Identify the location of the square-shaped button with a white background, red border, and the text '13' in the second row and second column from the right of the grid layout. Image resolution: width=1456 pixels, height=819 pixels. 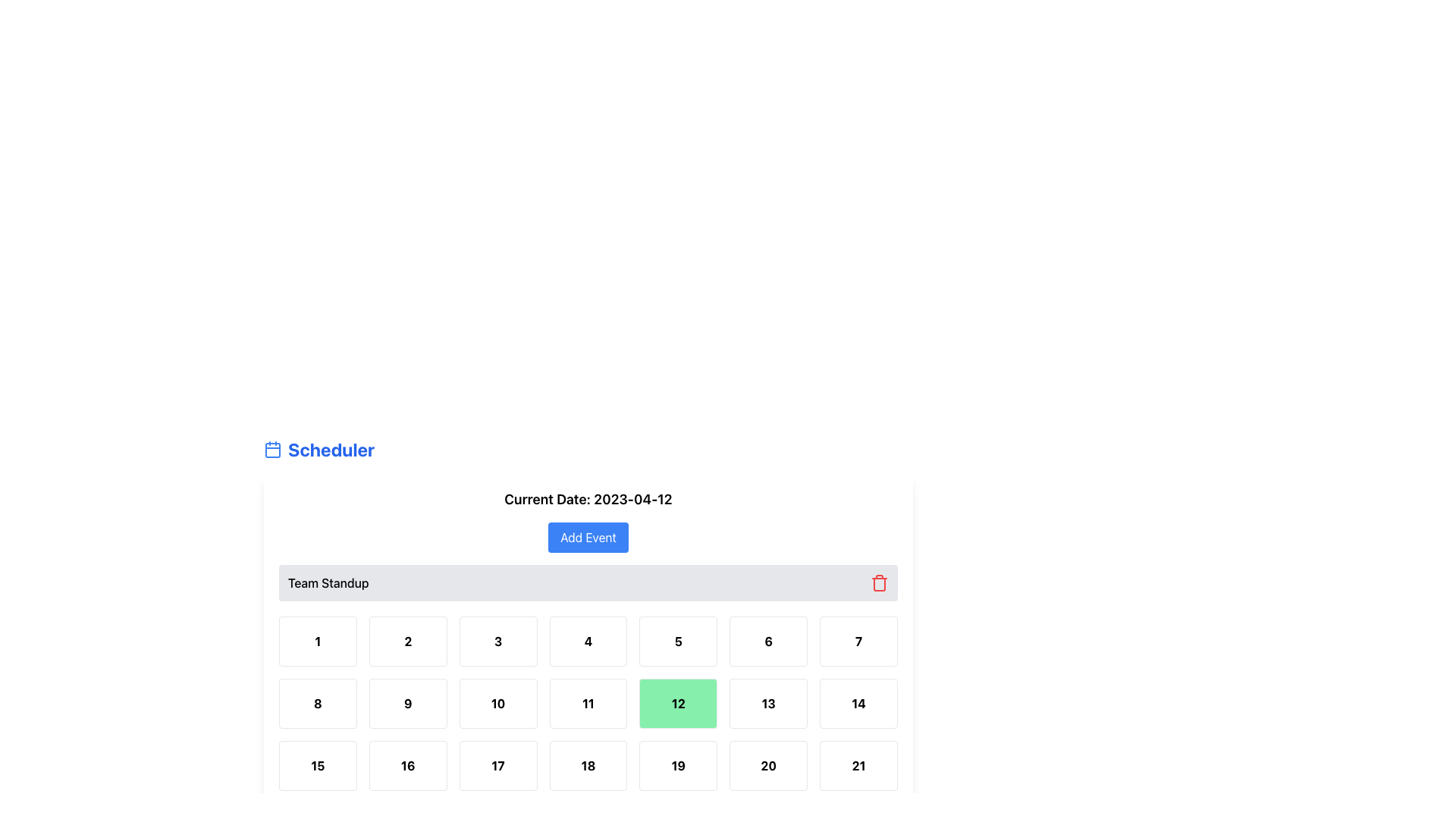
(768, 704).